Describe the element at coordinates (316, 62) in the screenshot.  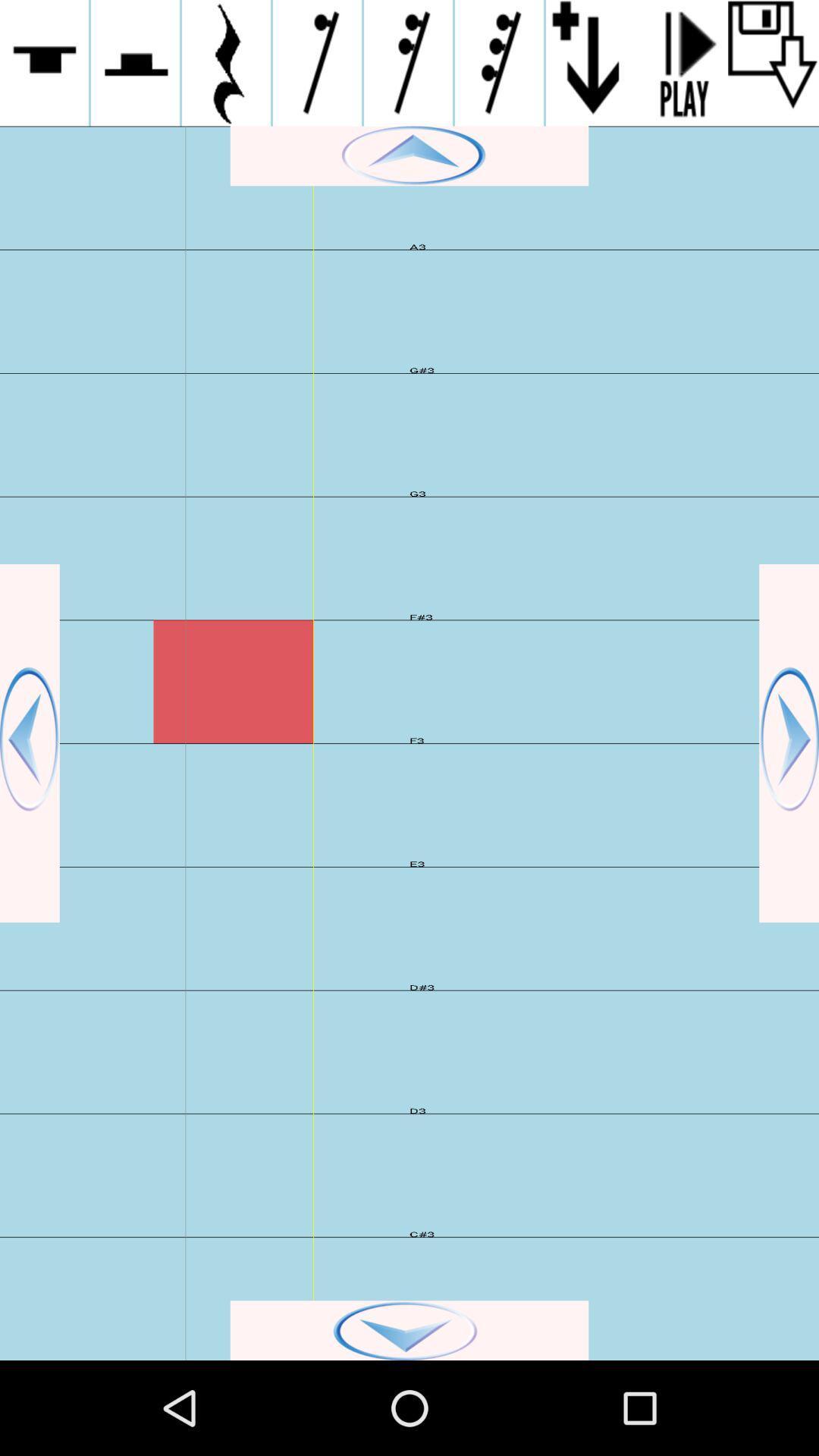
I see `apply eighth note to song` at that location.